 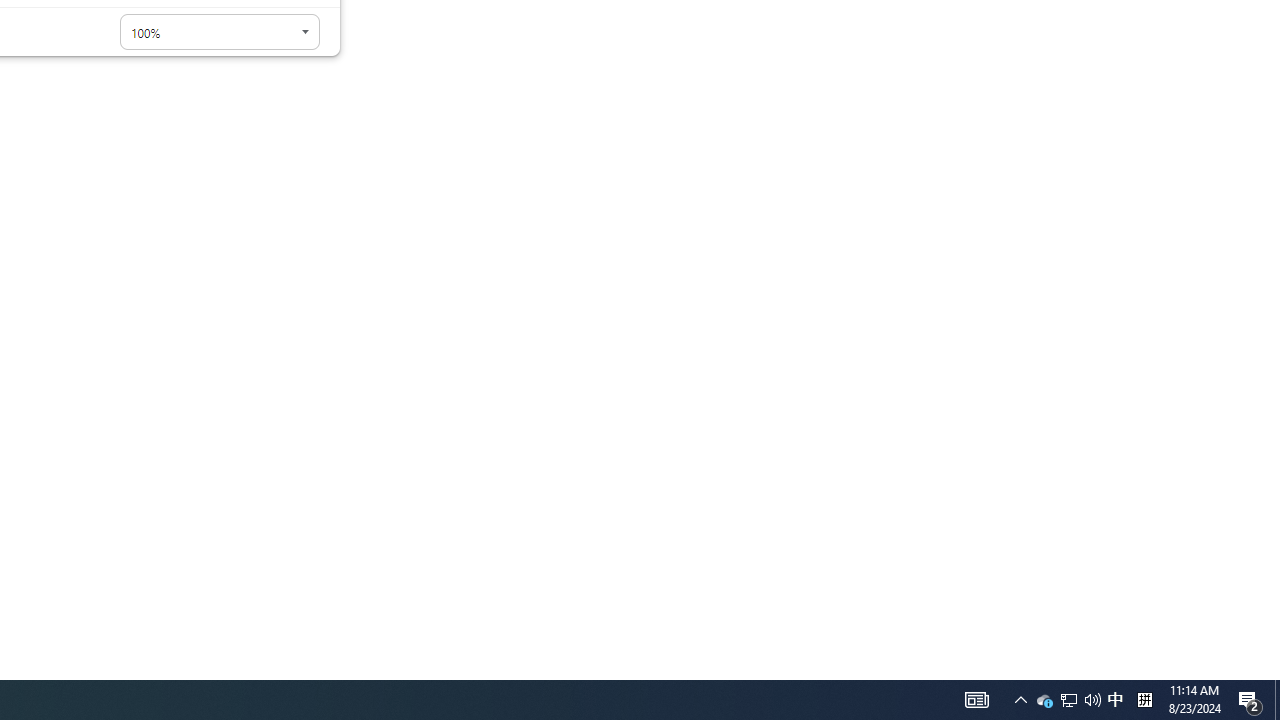 I want to click on 'Page zoom', so click(x=219, y=32).